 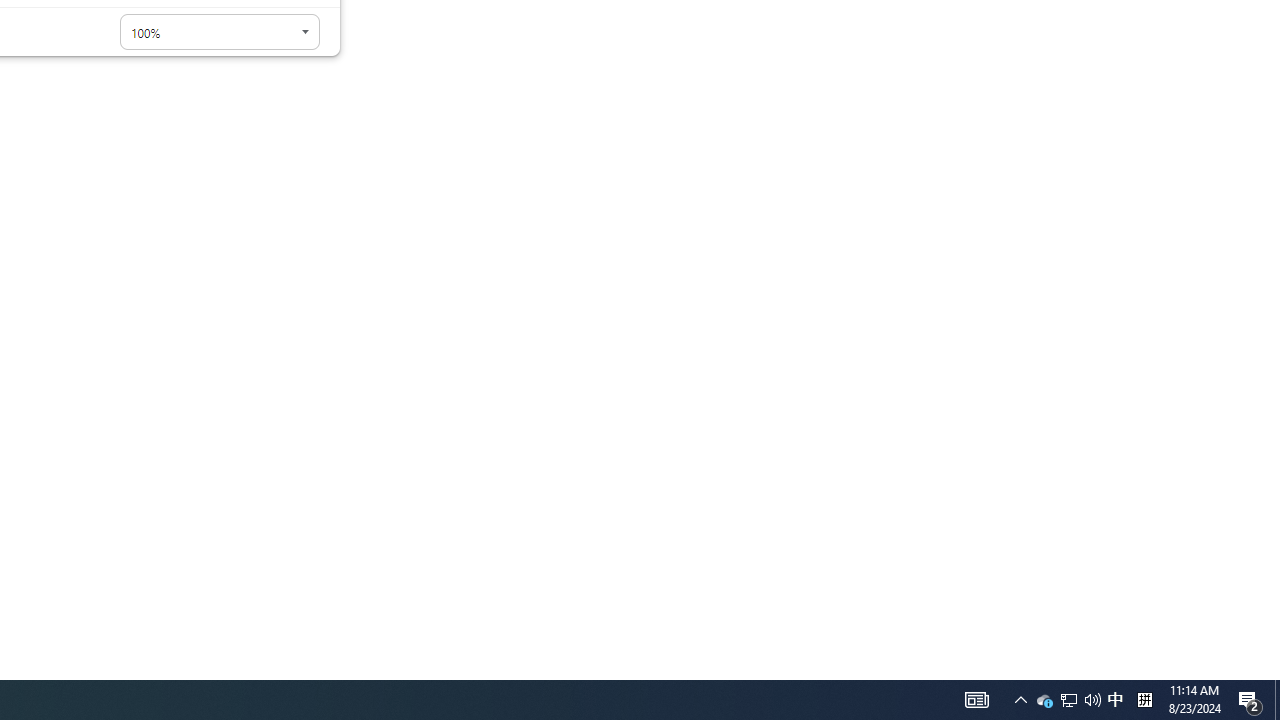 I want to click on 'Page zoom', so click(x=219, y=32).